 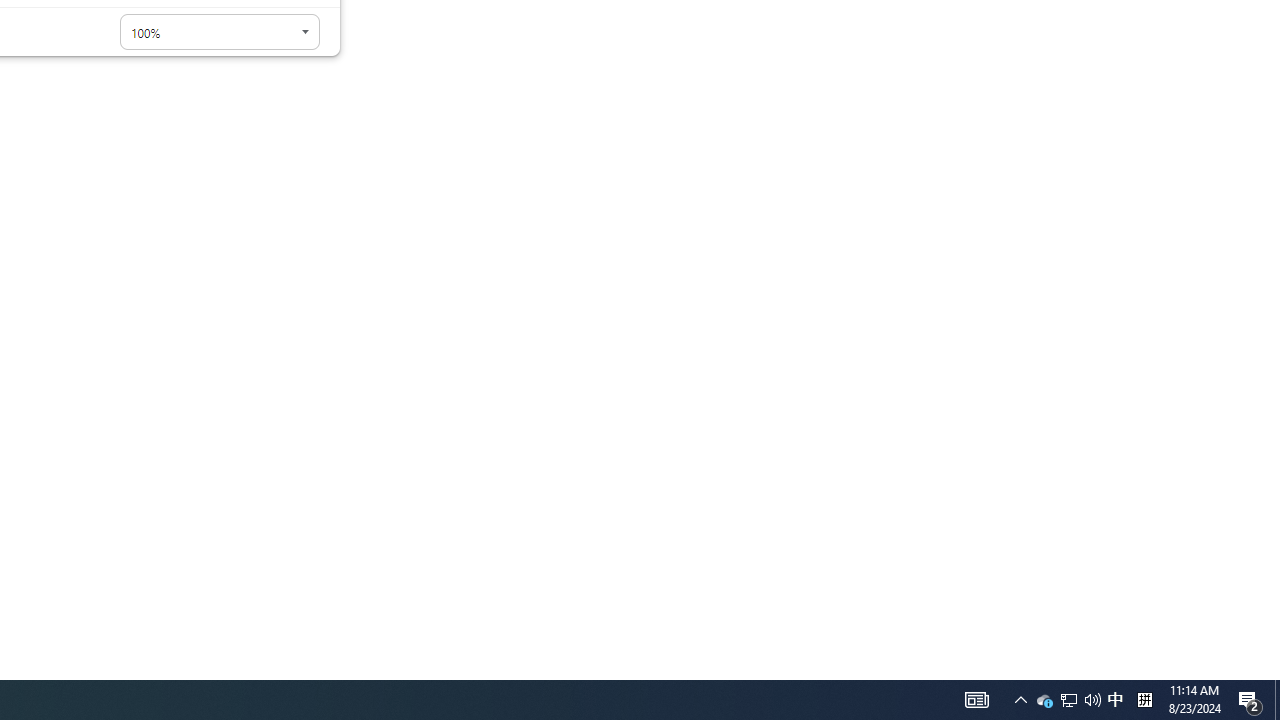 I want to click on 'Page zoom', so click(x=219, y=32).